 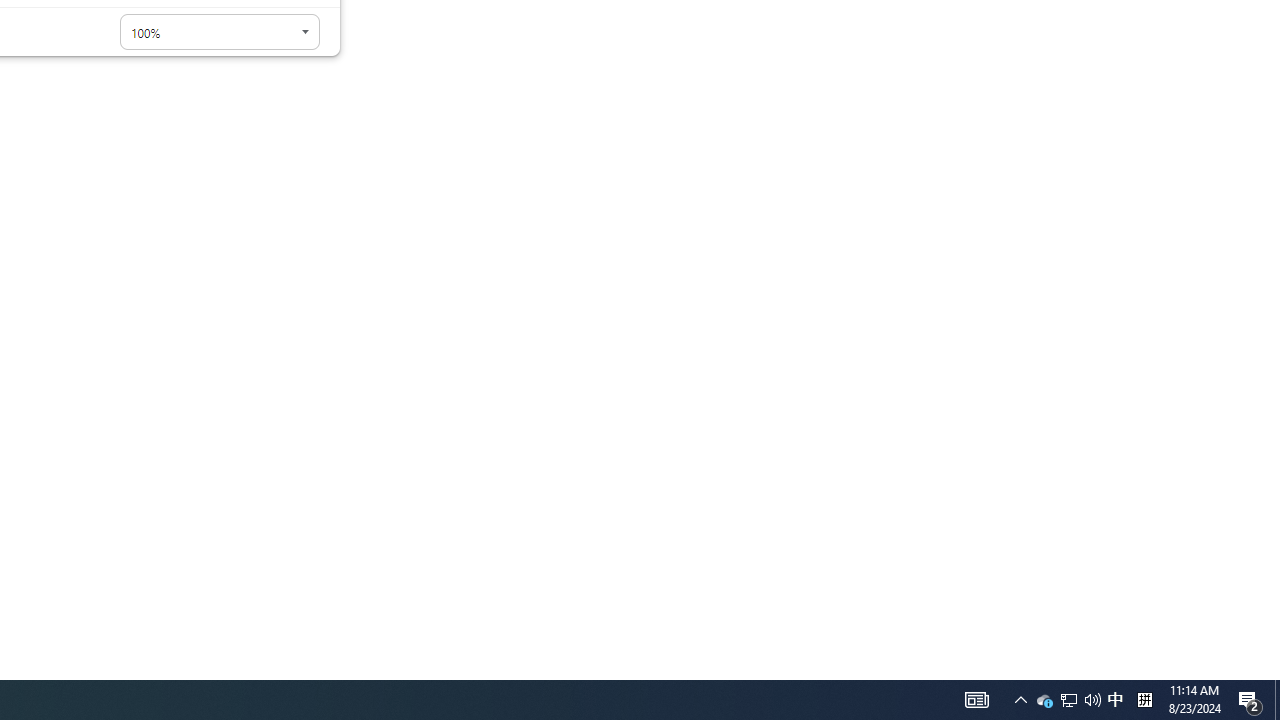 I want to click on 'Page zoom', so click(x=219, y=32).